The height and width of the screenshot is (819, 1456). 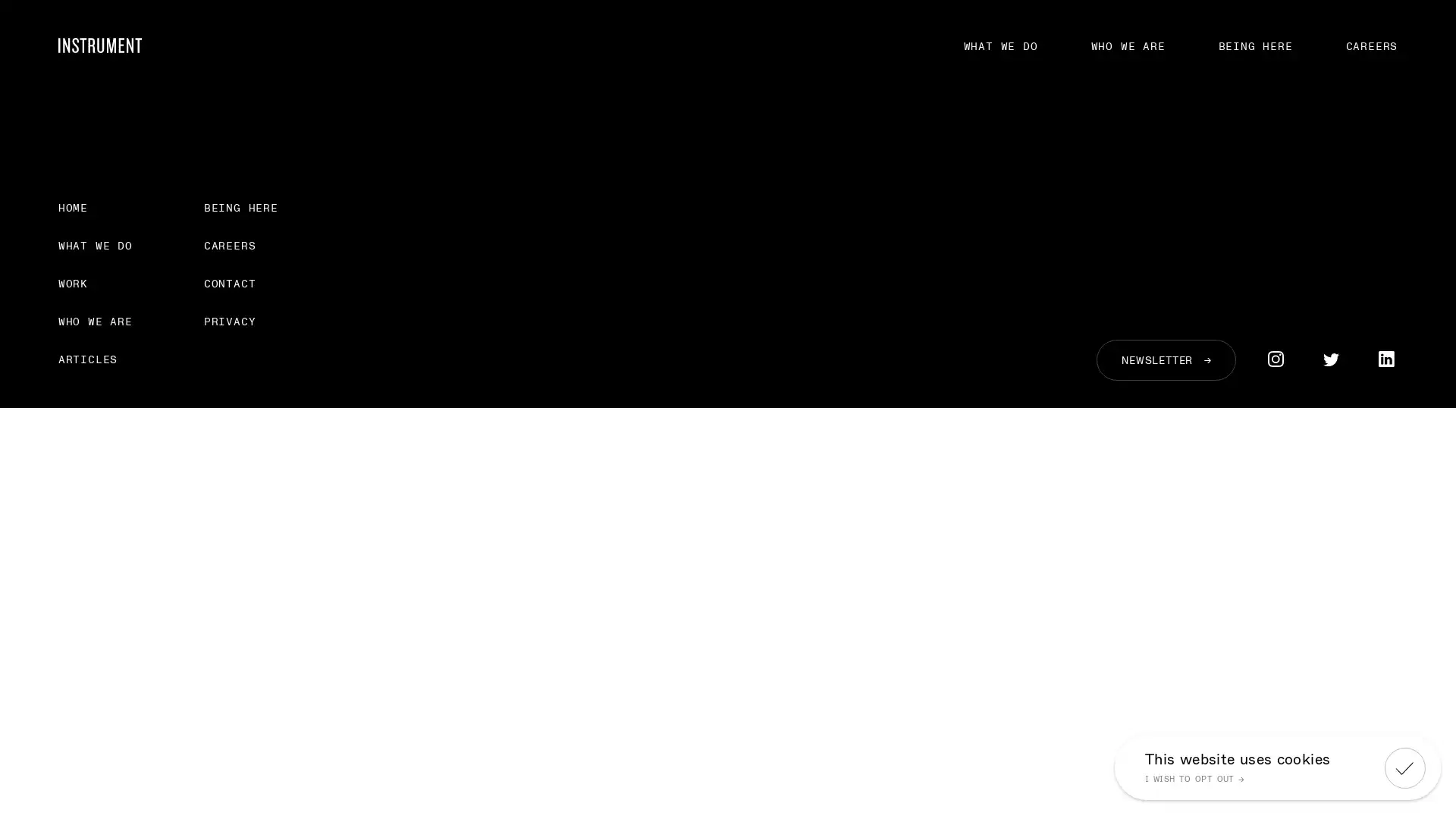 What do you see at coordinates (1404, 767) in the screenshot?
I see `Accept` at bounding box center [1404, 767].